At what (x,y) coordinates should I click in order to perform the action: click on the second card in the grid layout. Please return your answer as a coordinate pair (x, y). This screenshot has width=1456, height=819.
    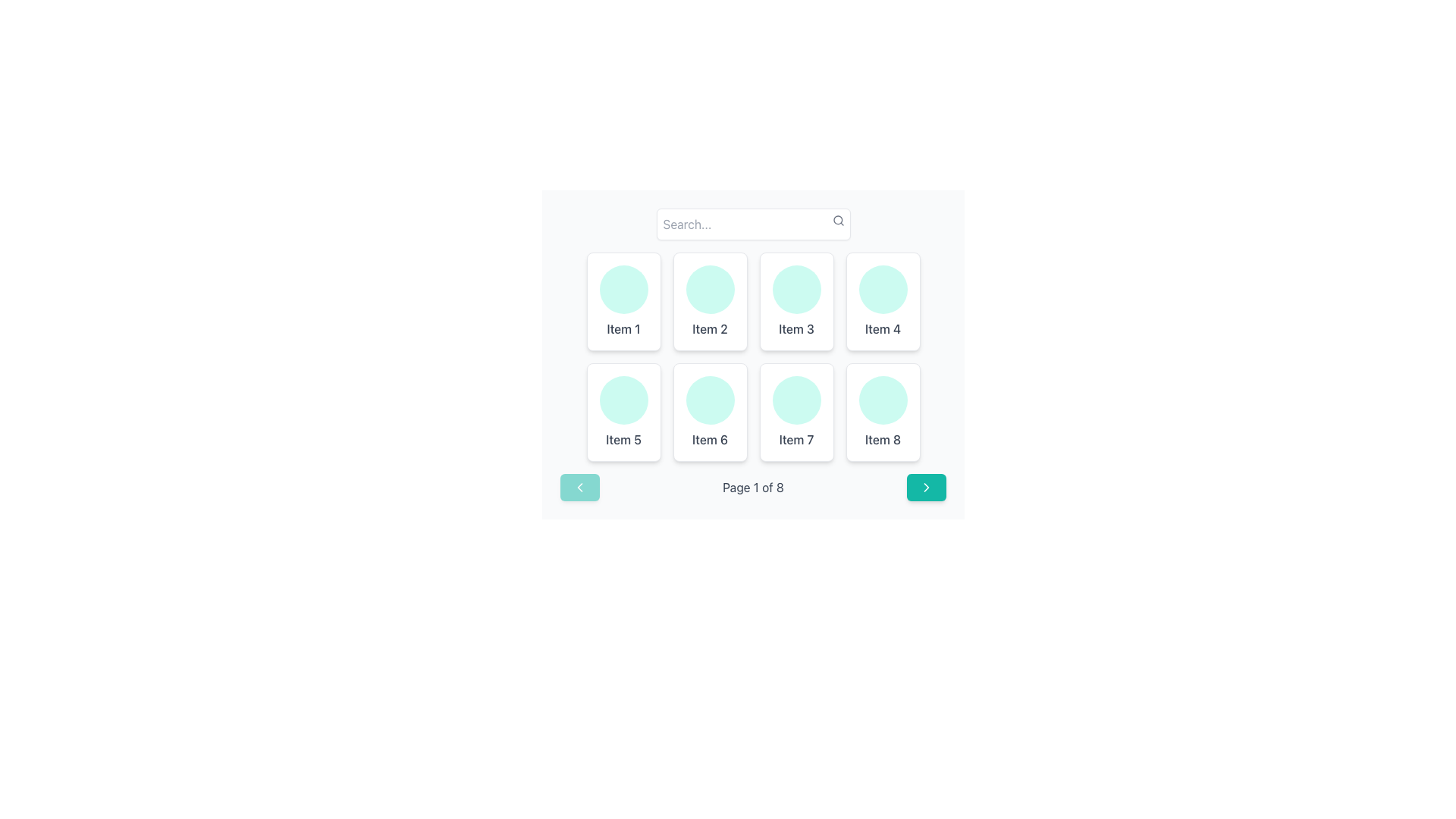
    Looking at the image, I should click on (709, 301).